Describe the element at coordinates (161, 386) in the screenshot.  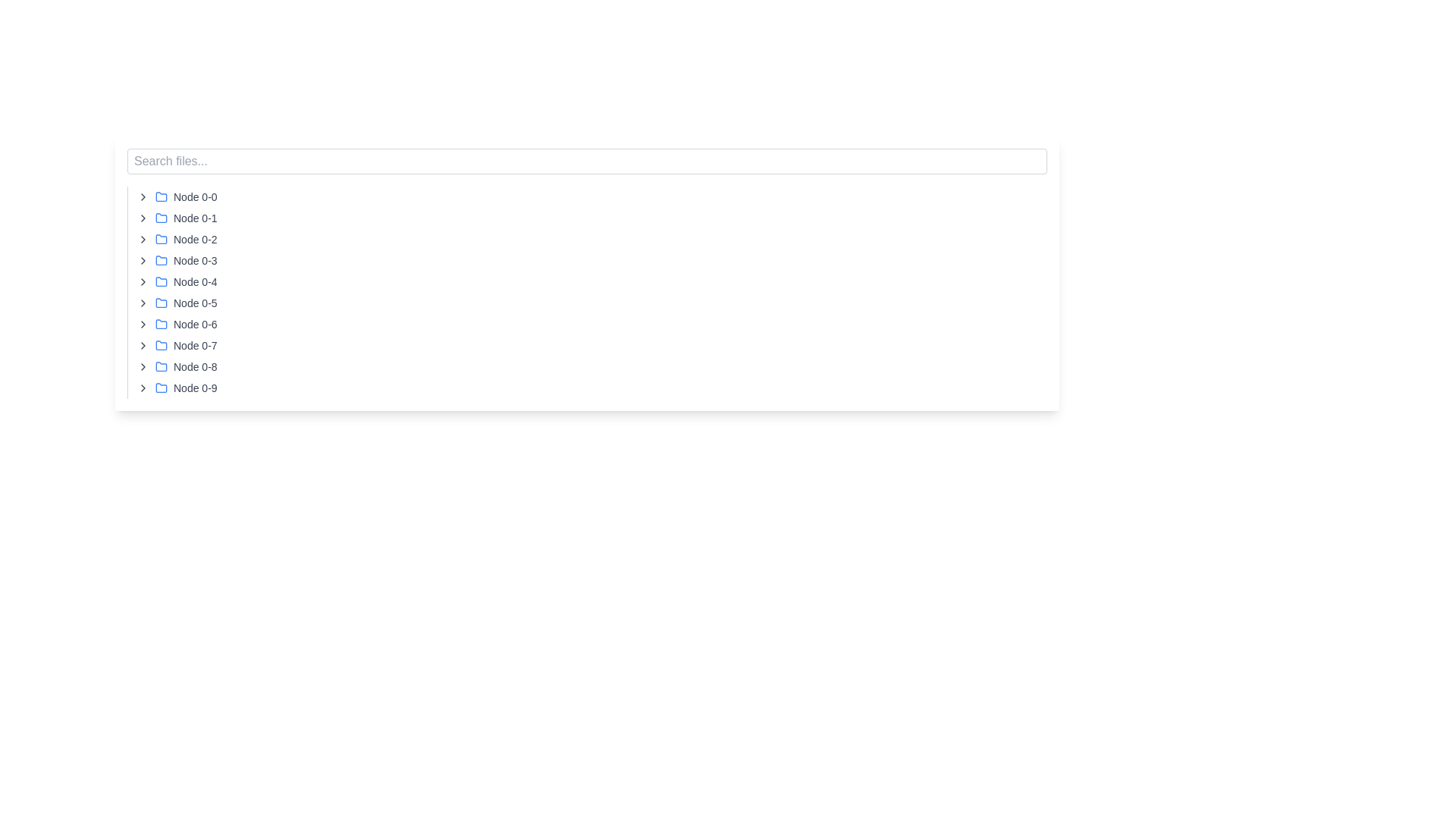
I see `the blue folder icon labeled 'Node 0-9' located at the bottom of the tree list` at that location.